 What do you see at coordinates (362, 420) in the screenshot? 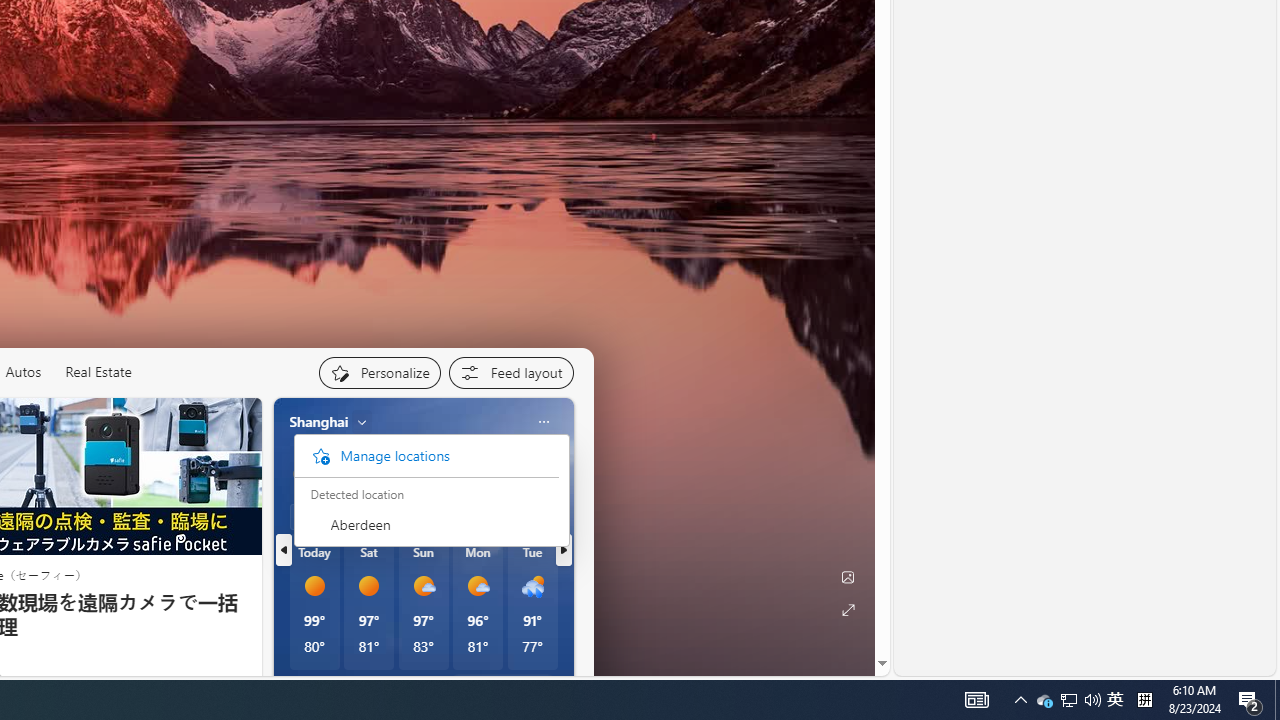
I see `'My location'` at bounding box center [362, 420].